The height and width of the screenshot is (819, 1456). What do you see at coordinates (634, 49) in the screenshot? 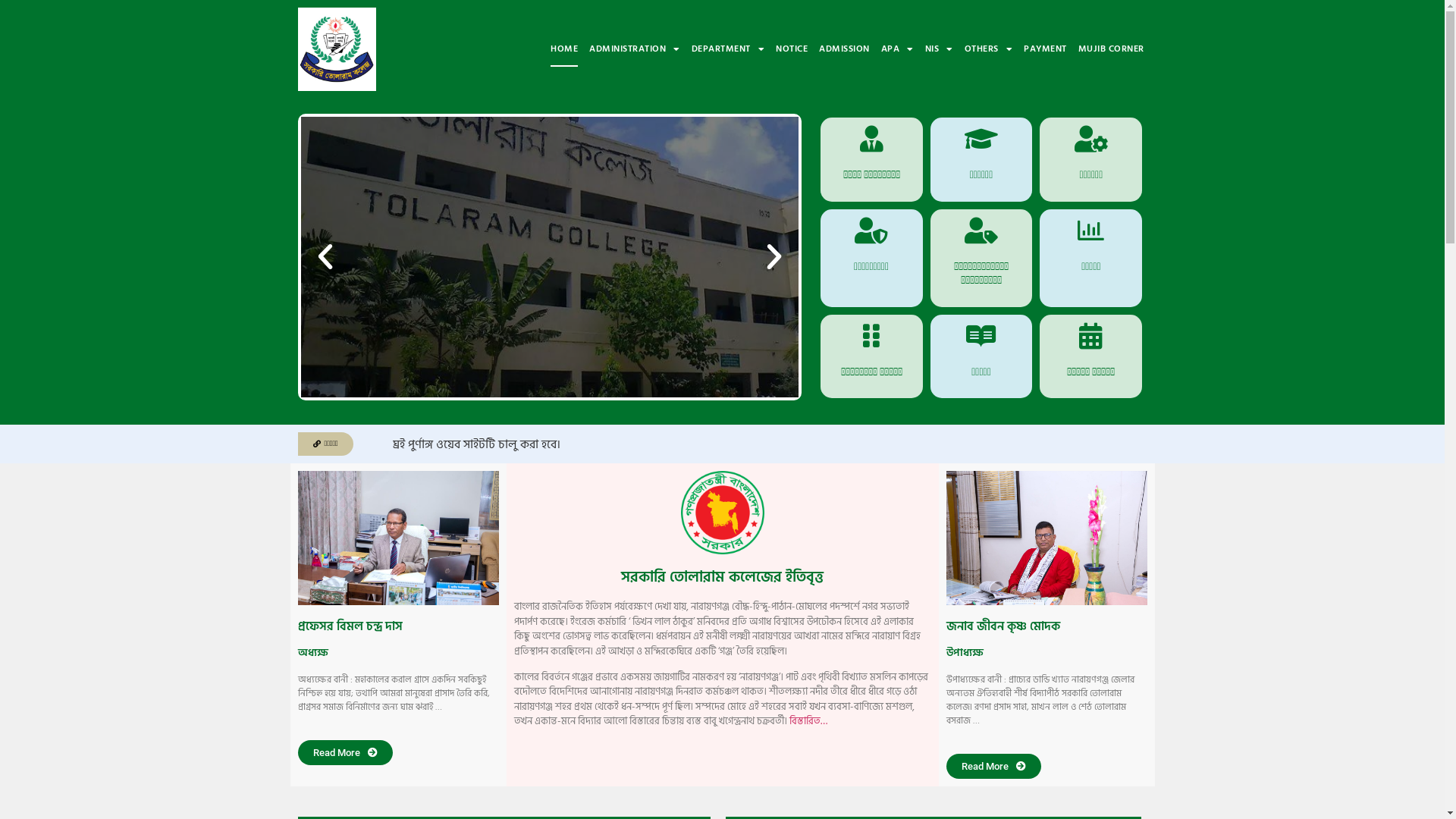
I see `'ADMINISTRATION'` at bounding box center [634, 49].